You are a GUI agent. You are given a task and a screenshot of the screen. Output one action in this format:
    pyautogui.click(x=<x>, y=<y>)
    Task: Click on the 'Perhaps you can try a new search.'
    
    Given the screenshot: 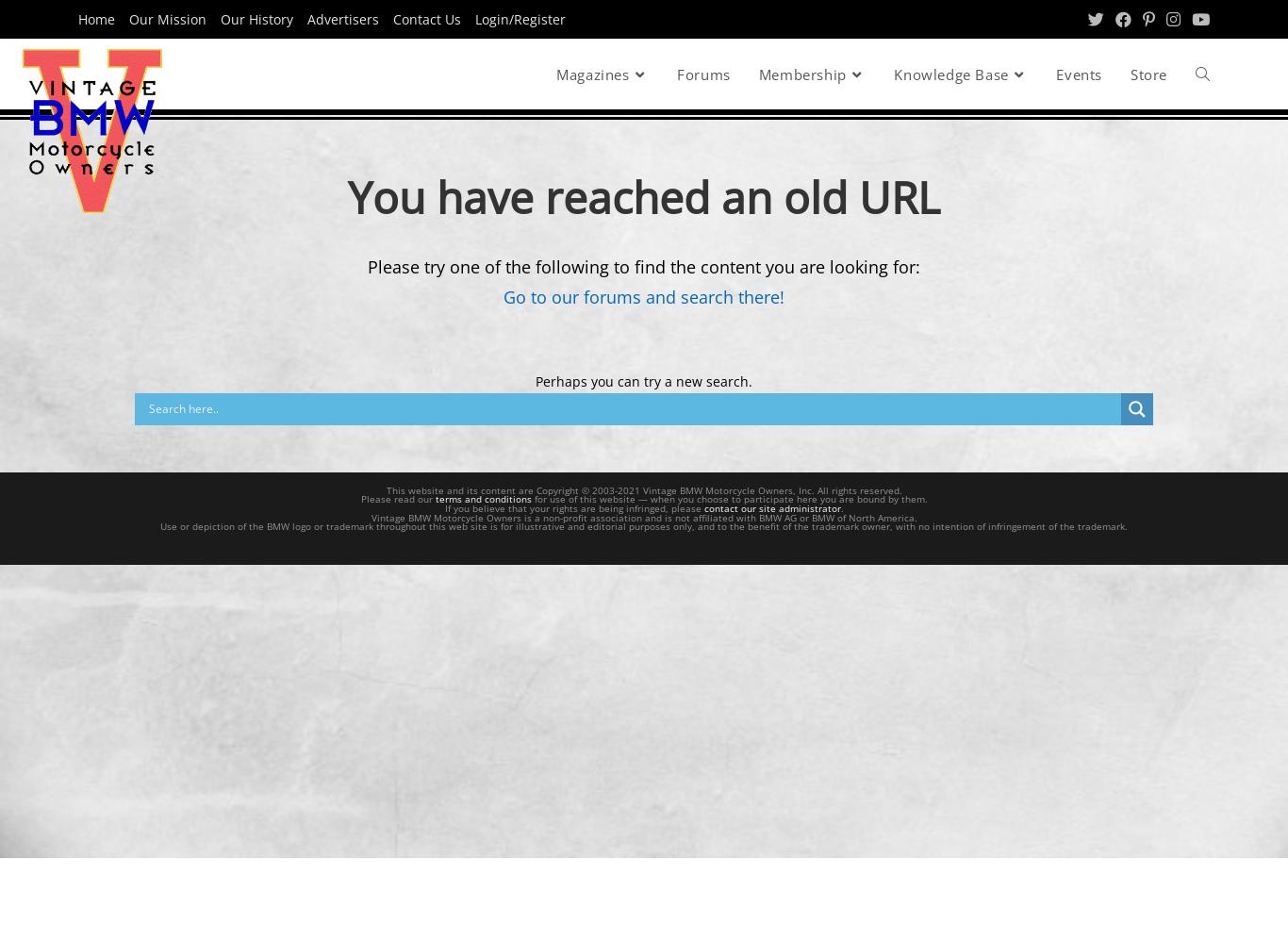 What is the action you would take?
    pyautogui.click(x=644, y=380)
    